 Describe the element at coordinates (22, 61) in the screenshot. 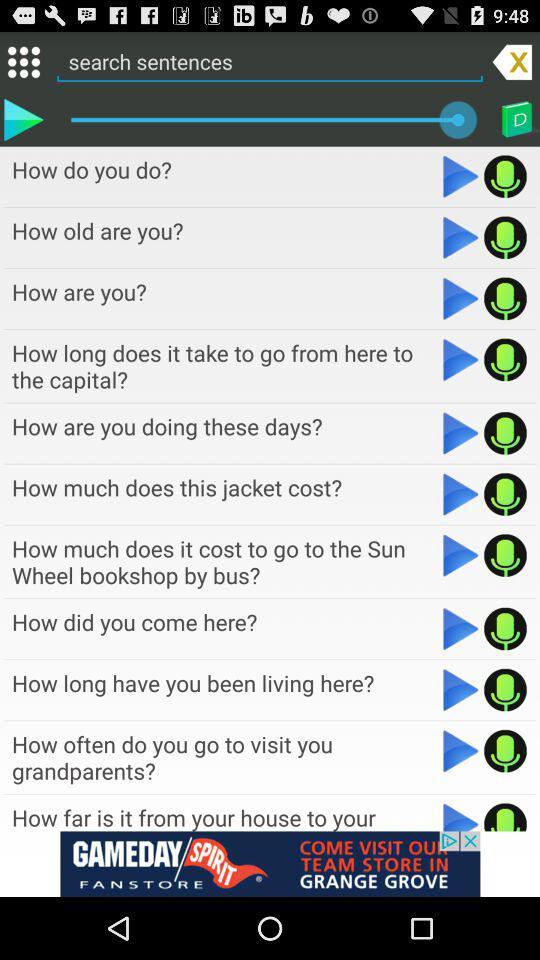

I see `menu selection` at that location.